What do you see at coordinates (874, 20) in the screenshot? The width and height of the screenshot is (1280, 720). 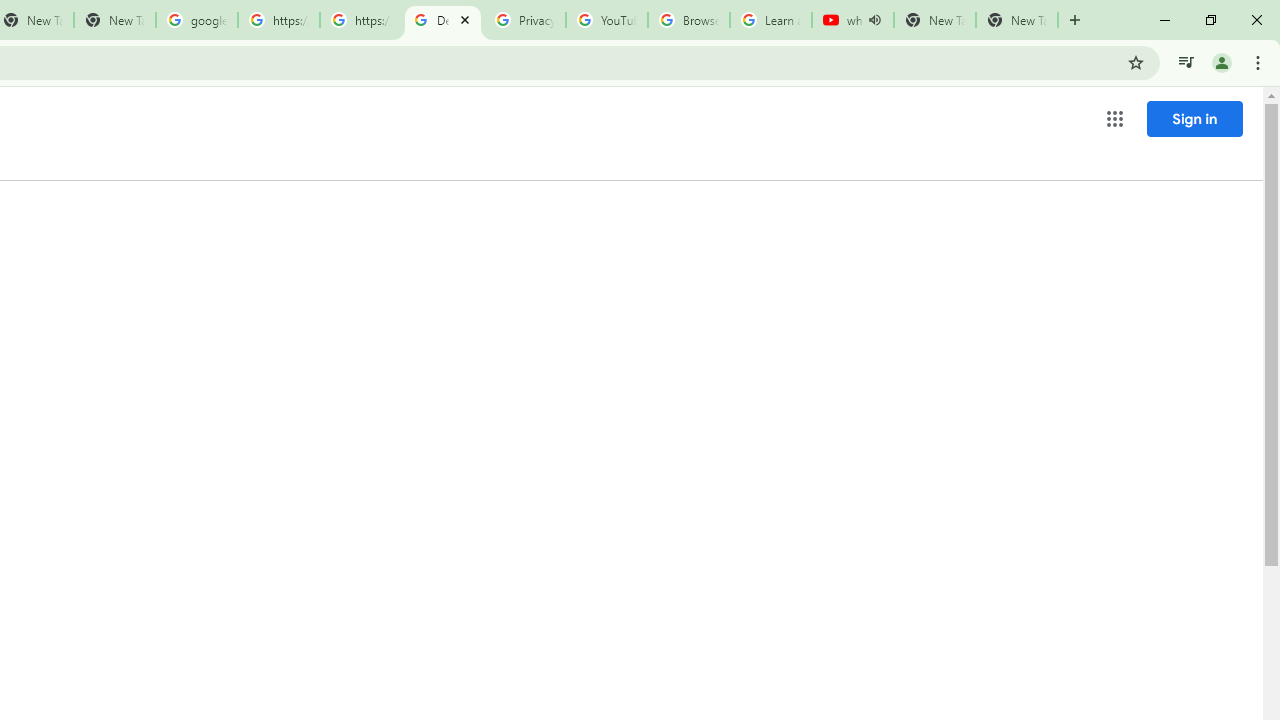 I see `'Mute tab'` at bounding box center [874, 20].